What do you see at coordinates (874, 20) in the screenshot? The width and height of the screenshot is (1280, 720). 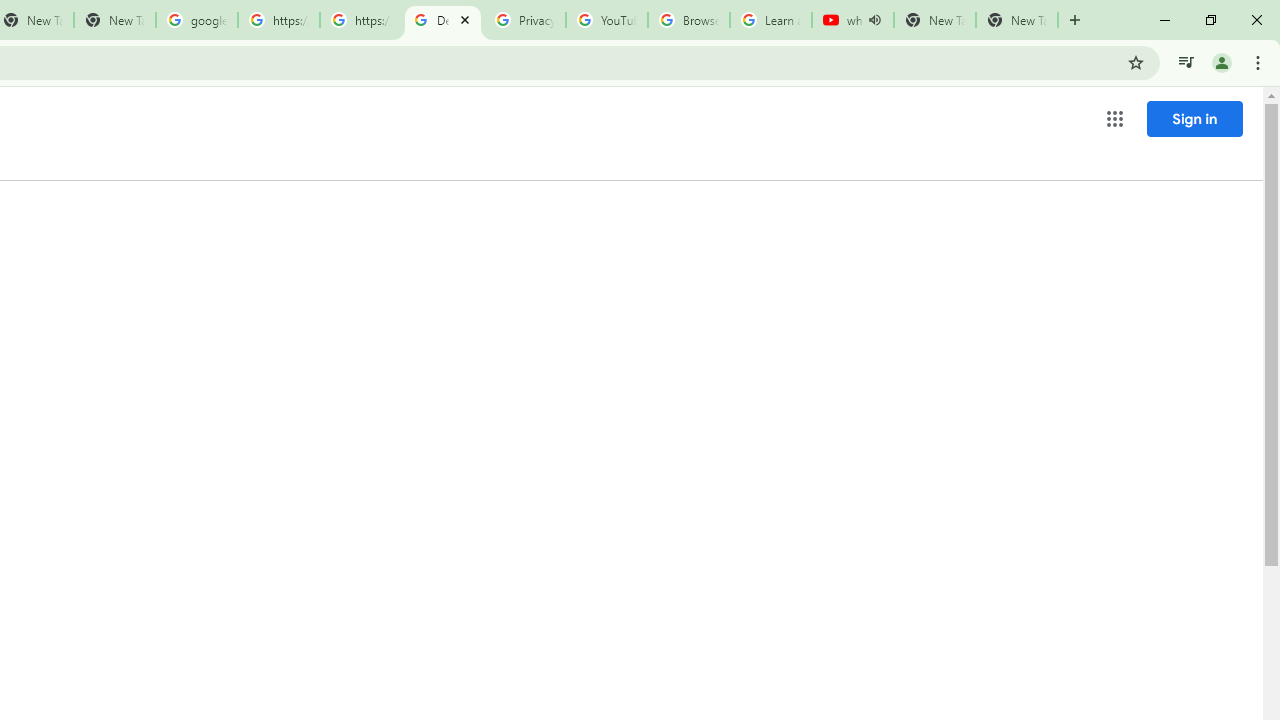 I see `'Mute tab'` at bounding box center [874, 20].